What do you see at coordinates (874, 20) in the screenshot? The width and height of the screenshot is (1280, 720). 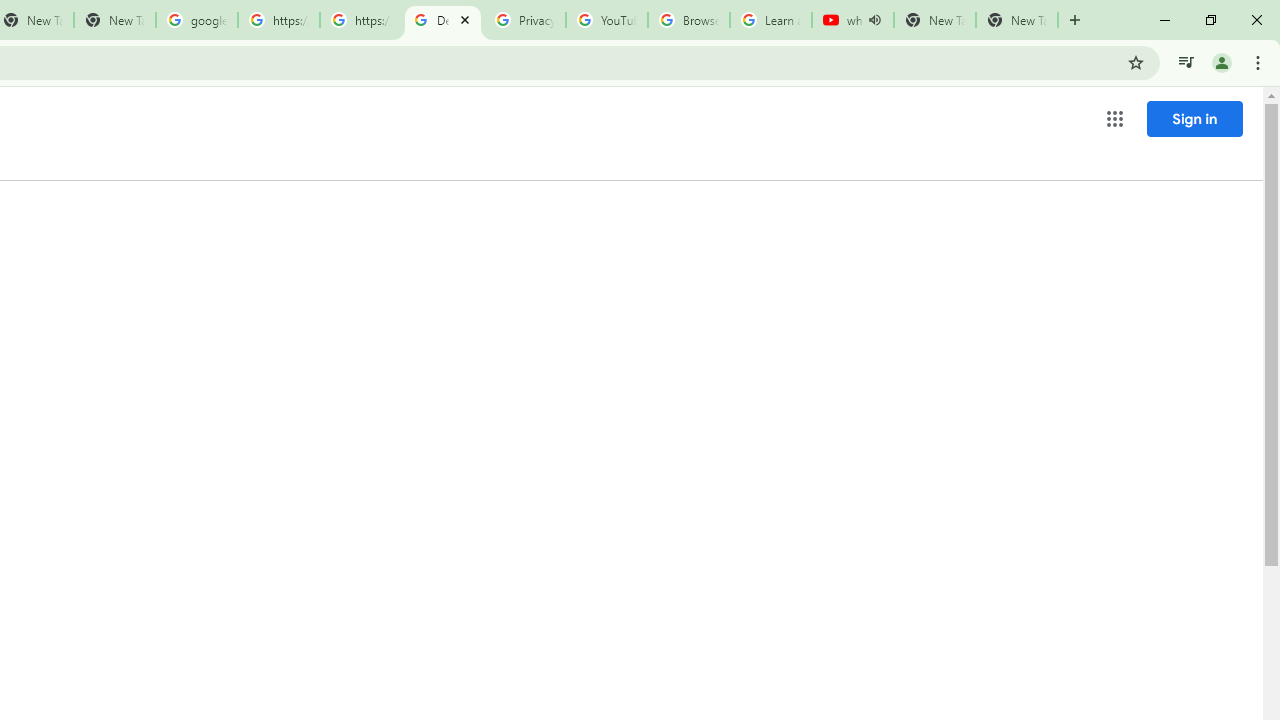 I see `'Mute tab'` at bounding box center [874, 20].